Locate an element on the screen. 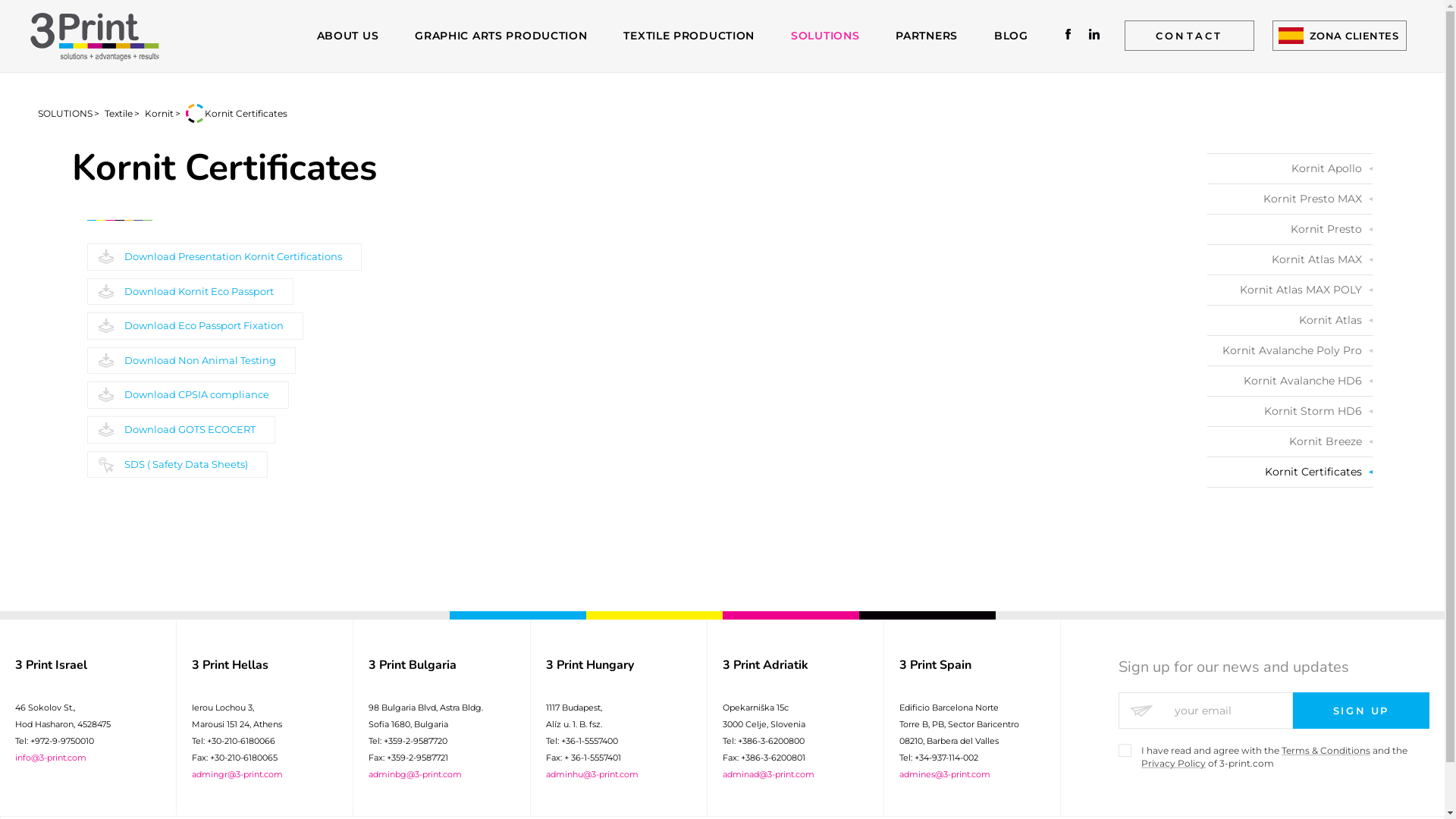  'Textile' is located at coordinates (118, 112).